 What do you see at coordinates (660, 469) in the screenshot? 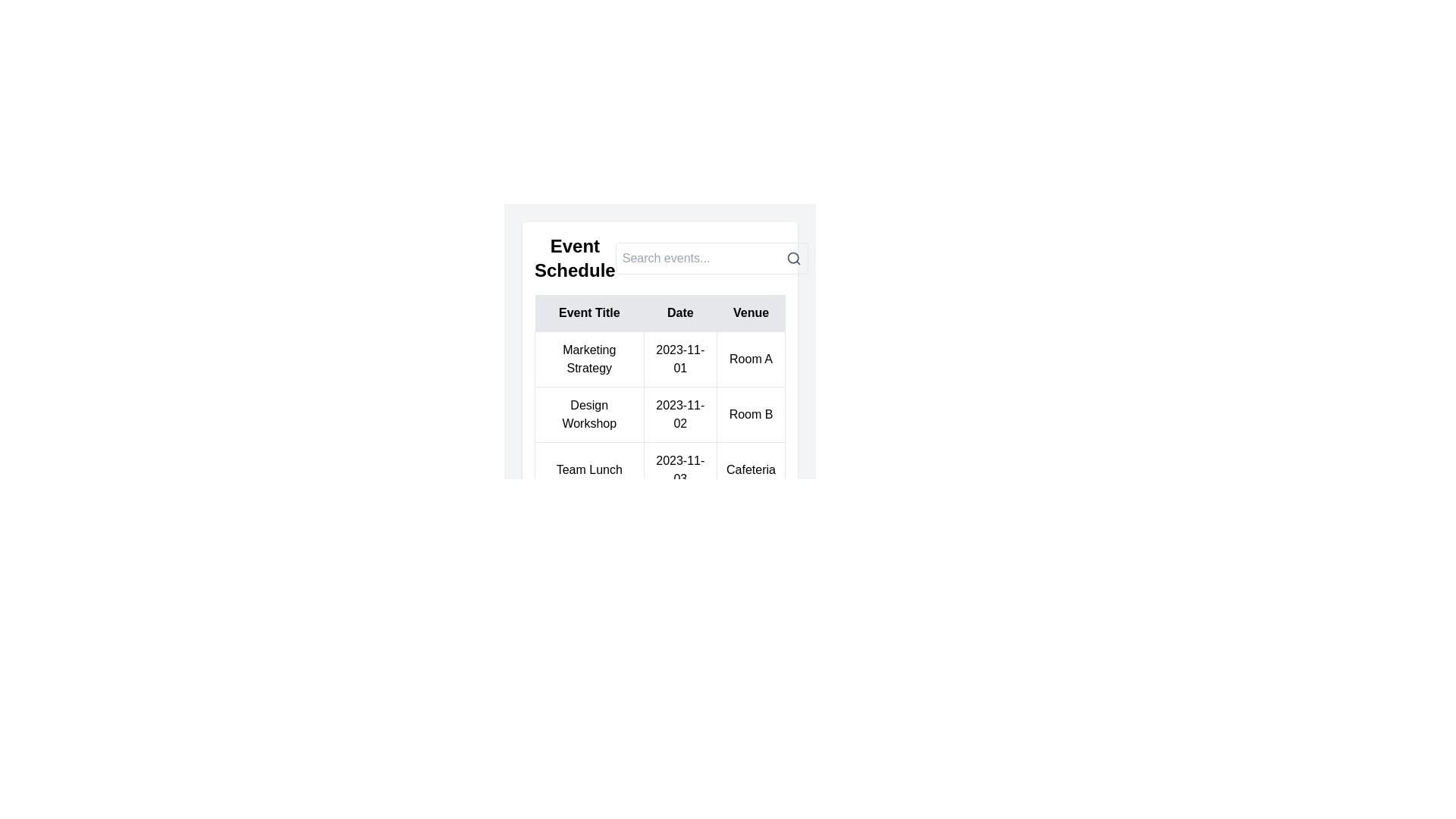
I see `the cell in the third row of the event table that contains the entry for 'Team Lunch'` at bounding box center [660, 469].